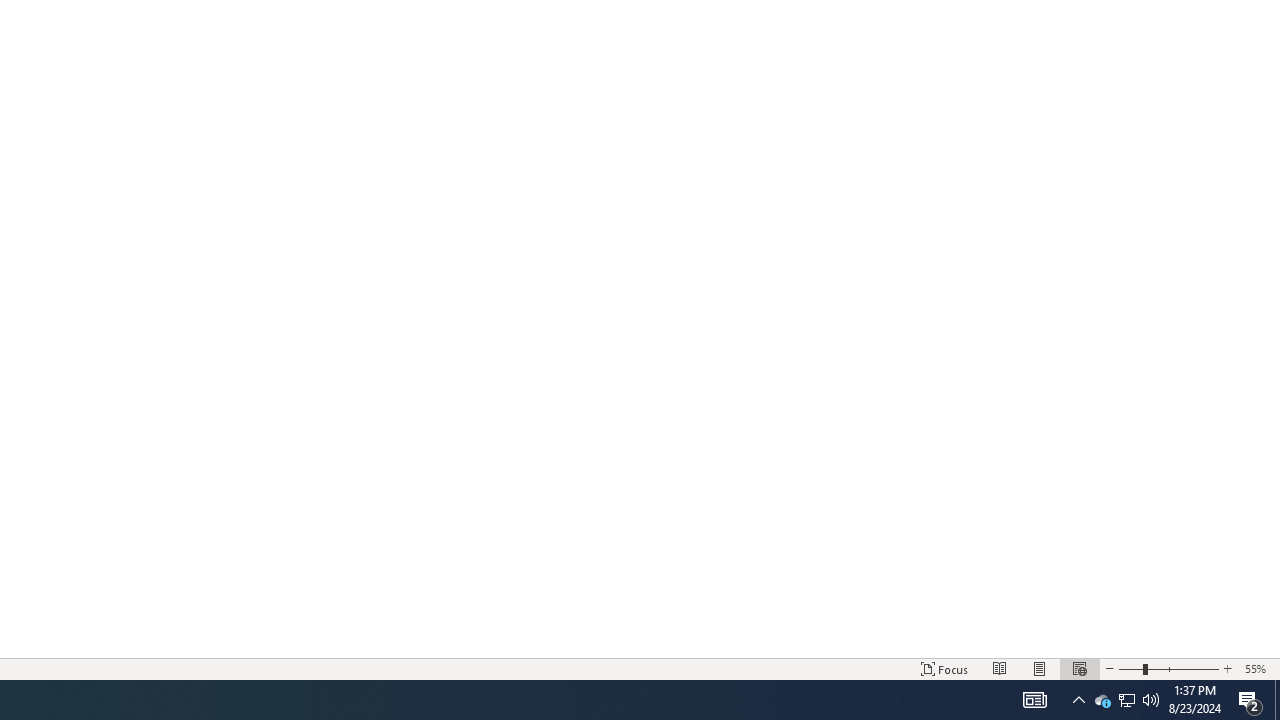 This screenshot has height=720, width=1280. What do you see at coordinates (1000, 669) in the screenshot?
I see `'Read Mode'` at bounding box center [1000, 669].